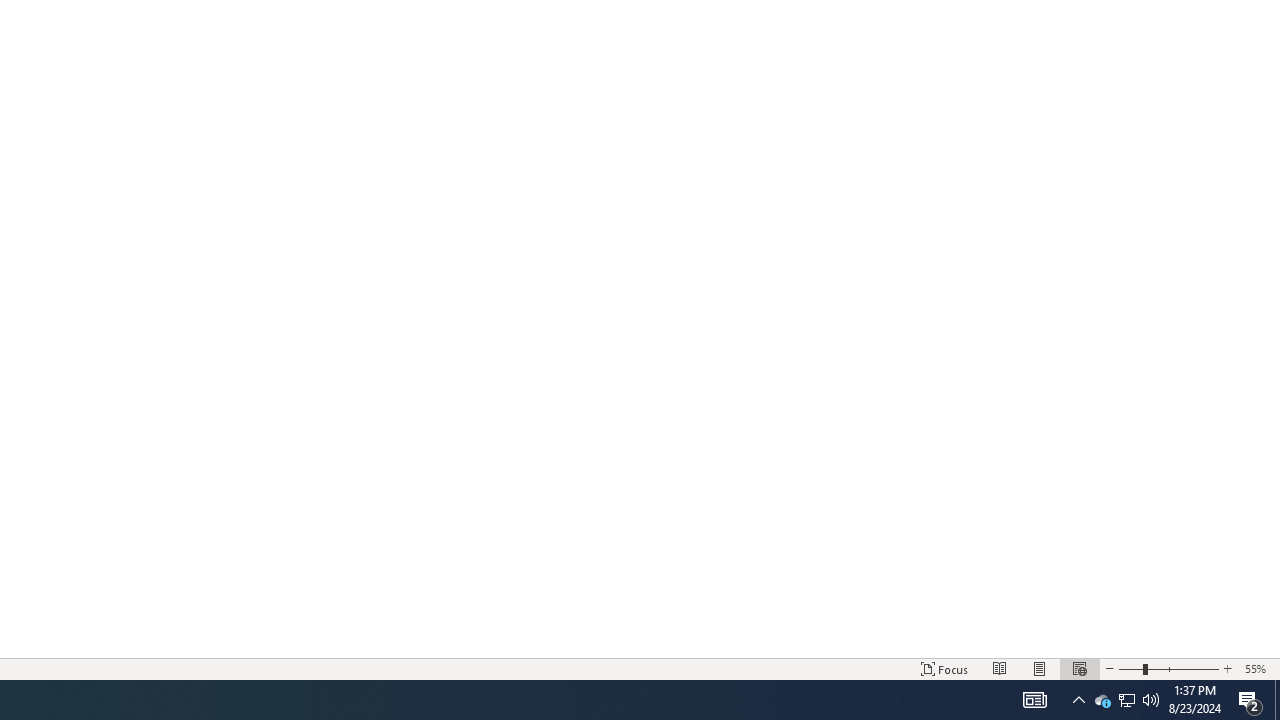 This screenshot has height=720, width=1280. What do you see at coordinates (1000, 669) in the screenshot?
I see `'Read Mode'` at bounding box center [1000, 669].